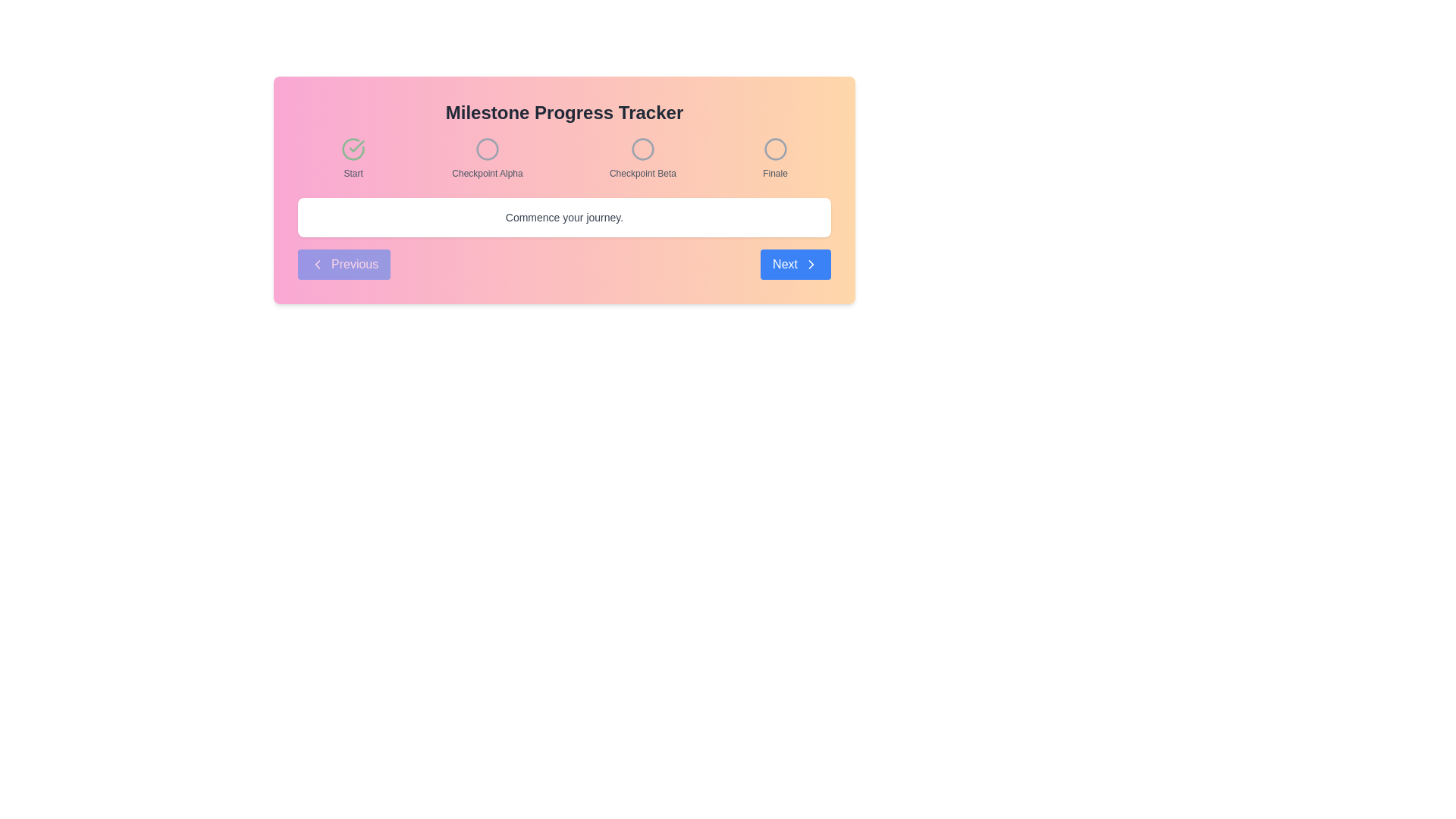 The image size is (1456, 819). Describe the element at coordinates (642, 158) in the screenshot. I see `the third milestone indicator labeled 'Checkpoint Beta' in the progress tracker, located between 'Checkpoint Alpha' and 'Finale'` at that location.